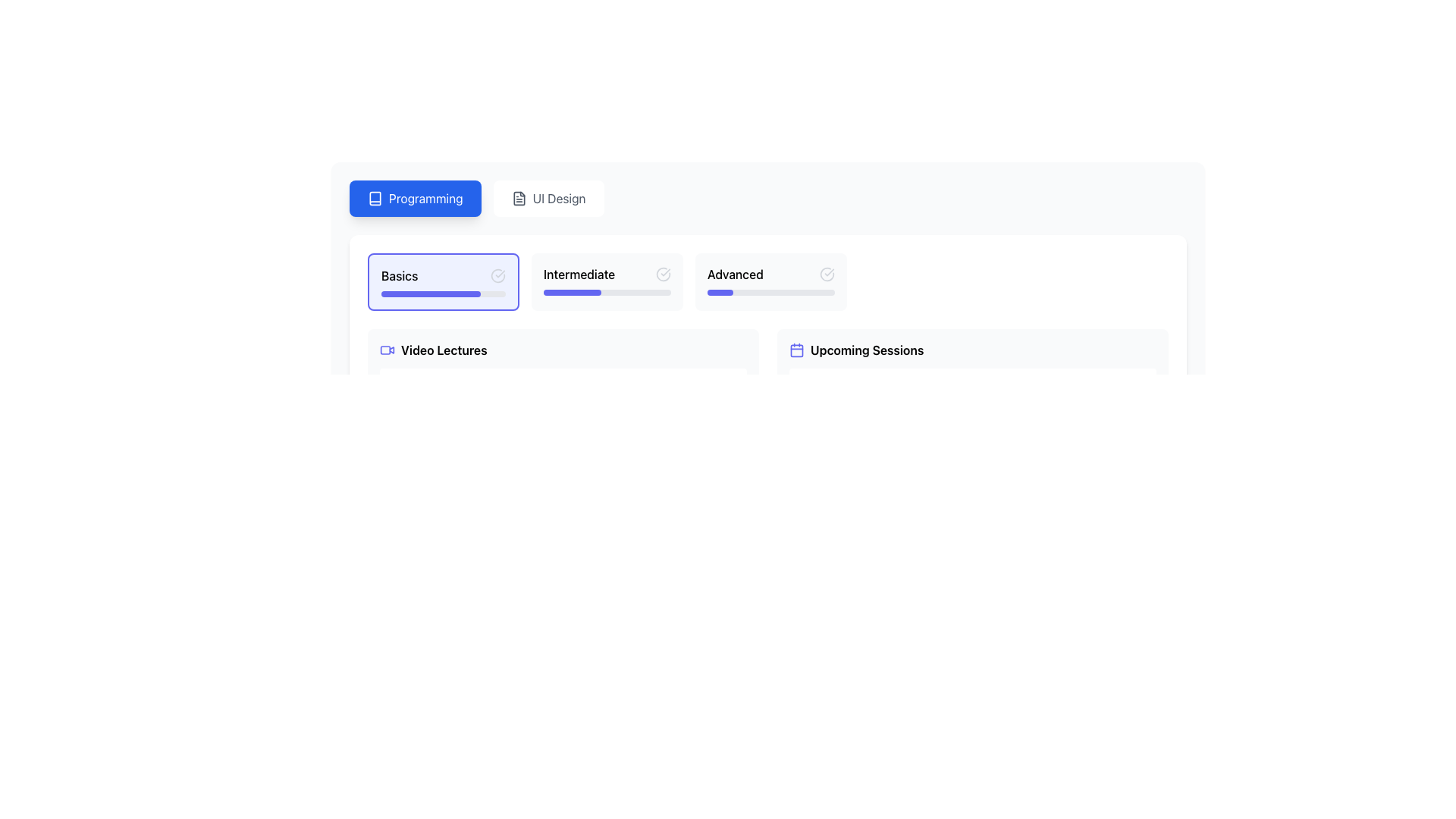  Describe the element at coordinates (826, 275) in the screenshot. I see `the gray circle icon with a checkmark inside located in the 'Advanced' section, positioned to the right of the section's title` at that location.